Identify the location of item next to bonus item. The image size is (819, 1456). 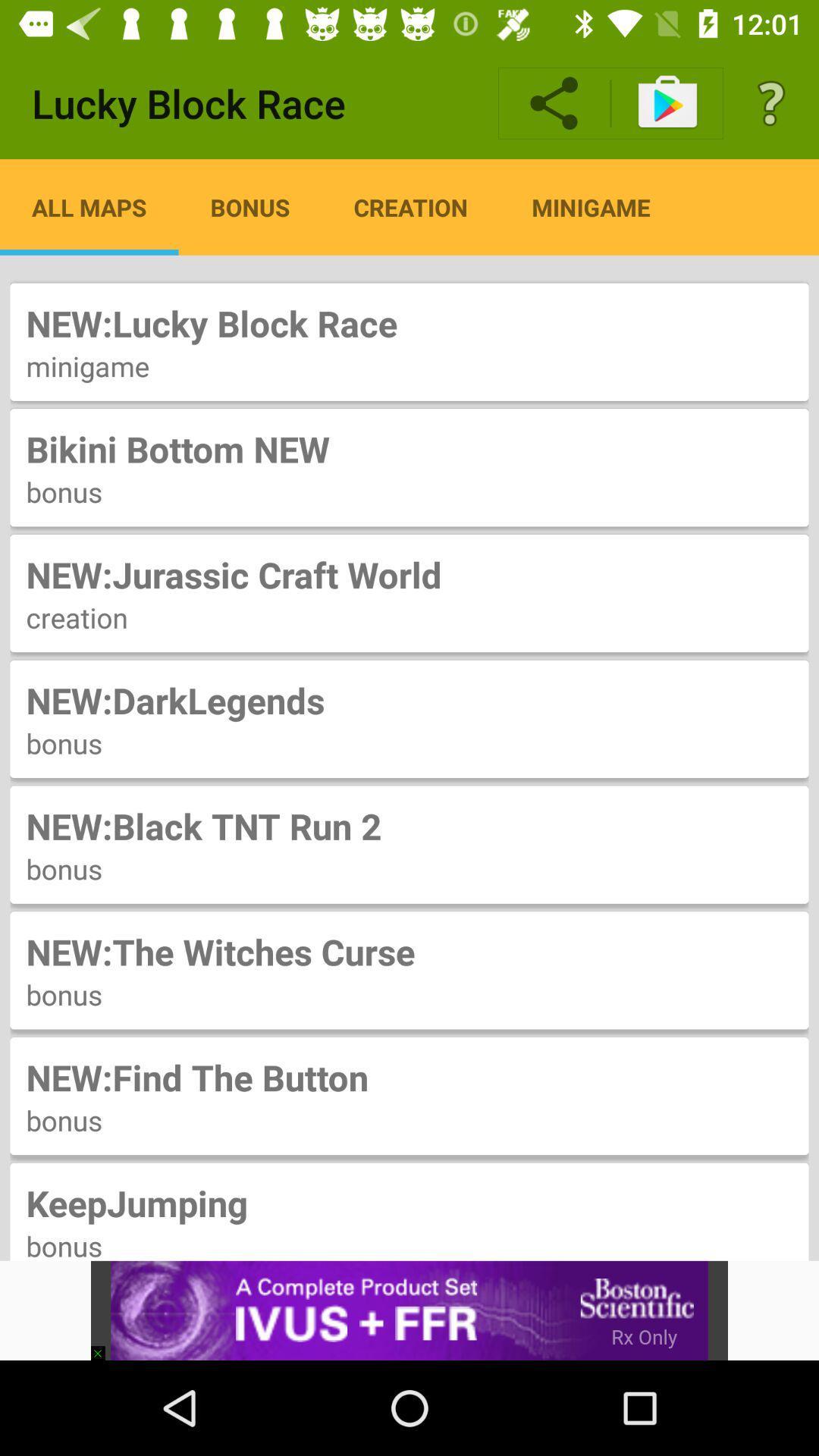
(89, 206).